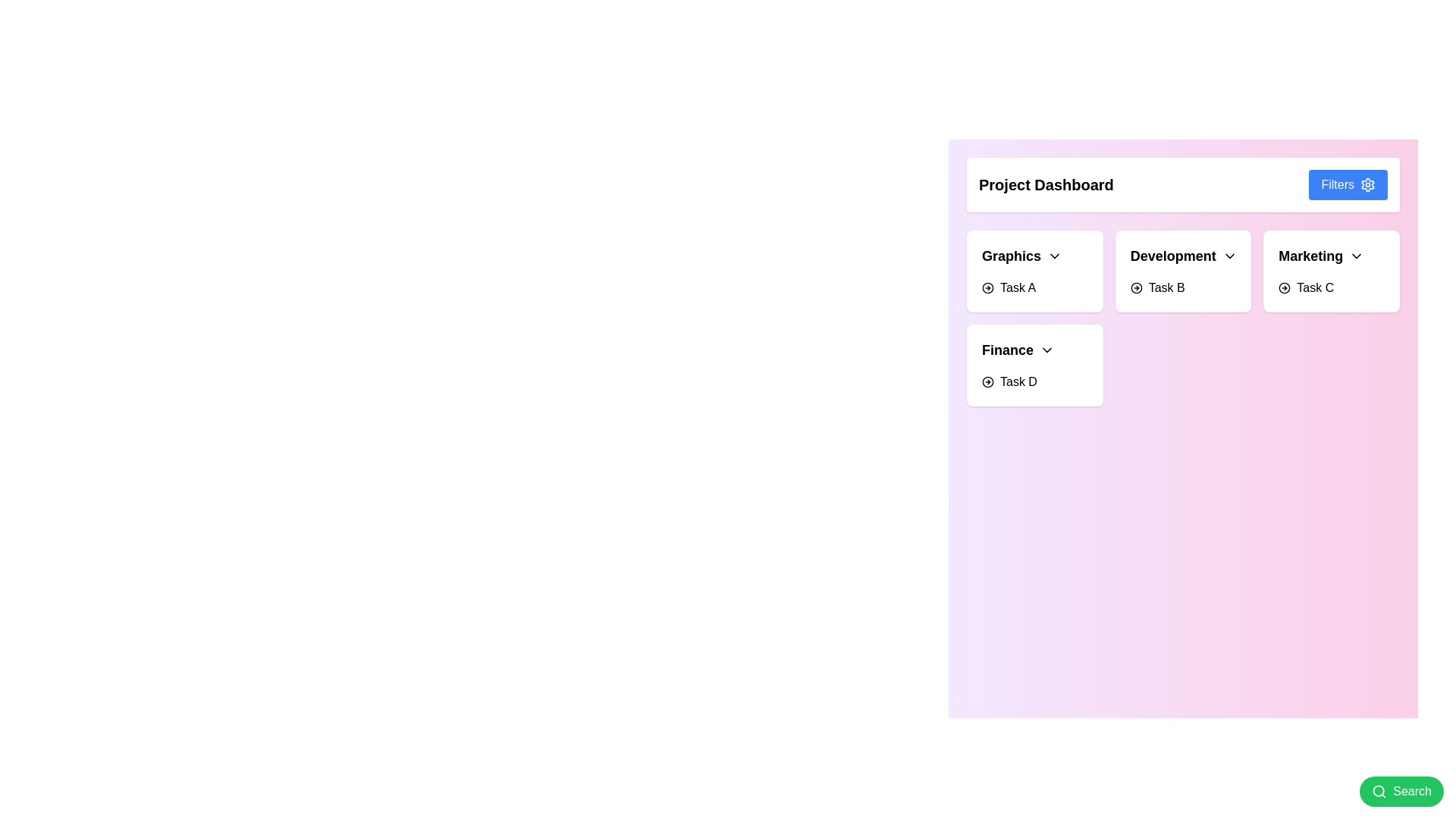 This screenshot has width=1456, height=819. Describe the element at coordinates (1156, 288) in the screenshot. I see `the circular icon with a right-facing arrow that precedes the text label 'Task B' in the 'Development' section` at that location.